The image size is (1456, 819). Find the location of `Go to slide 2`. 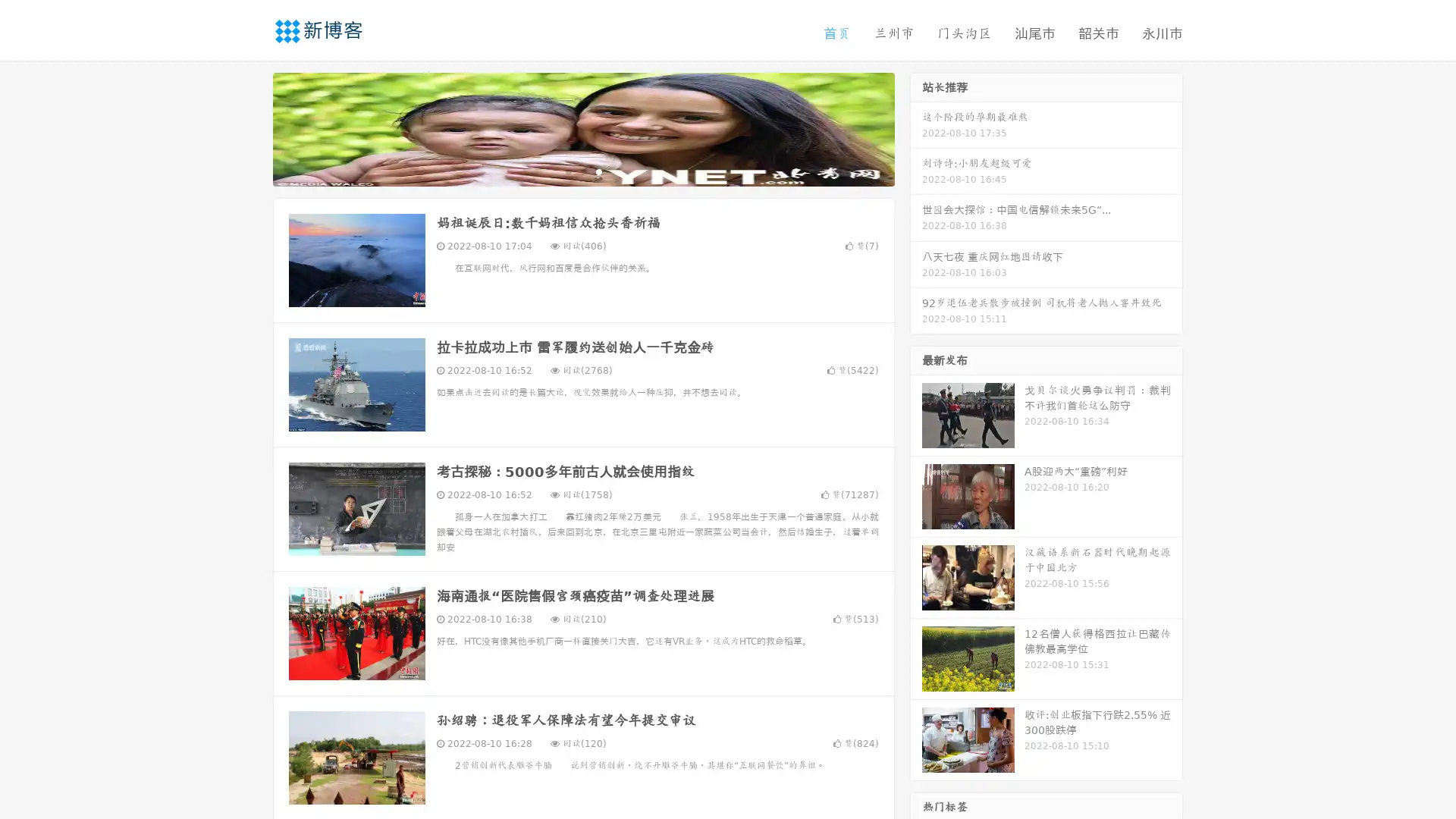

Go to slide 2 is located at coordinates (582, 171).